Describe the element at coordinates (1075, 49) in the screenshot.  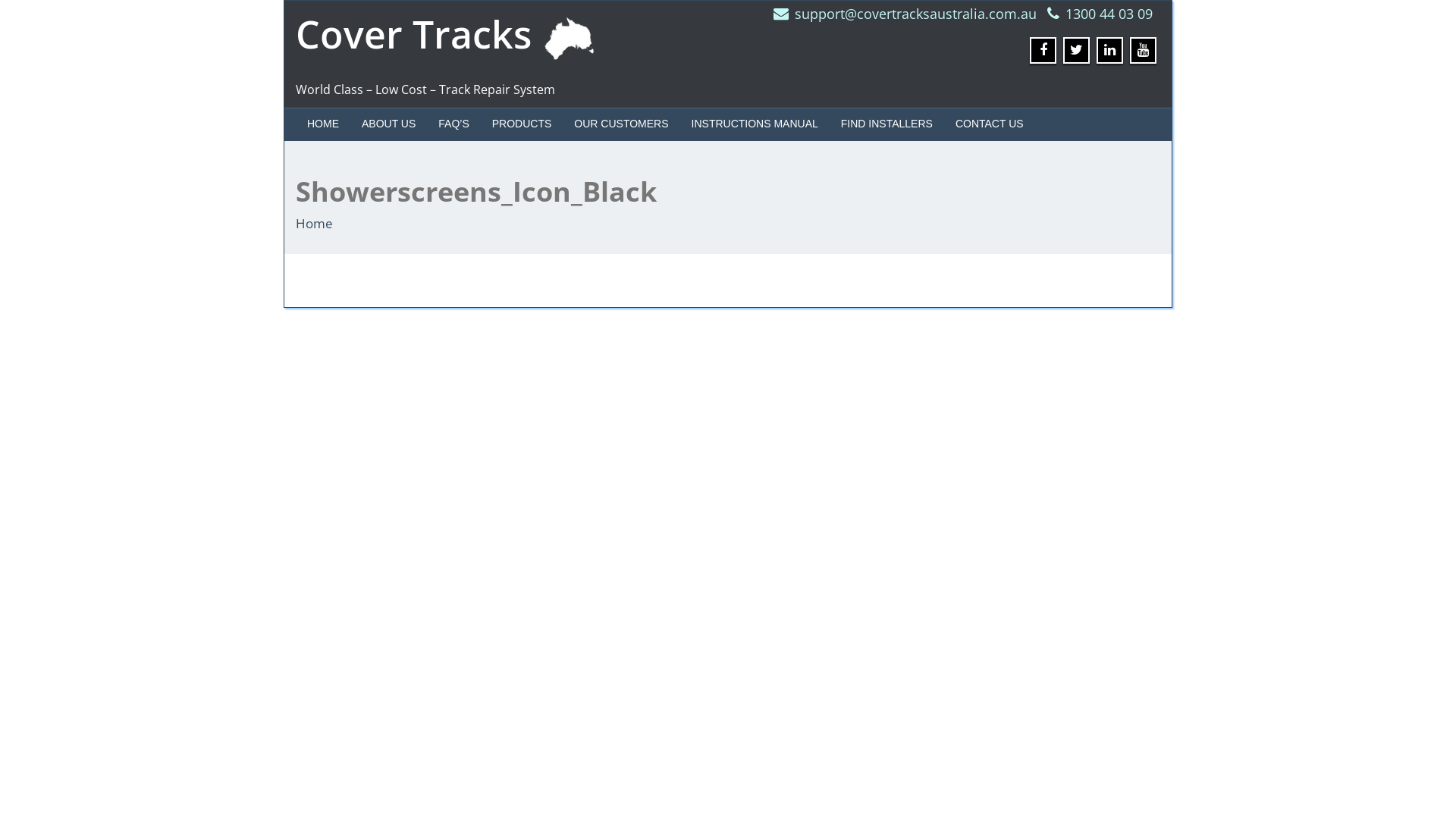
I see `'Twiiter'` at that location.